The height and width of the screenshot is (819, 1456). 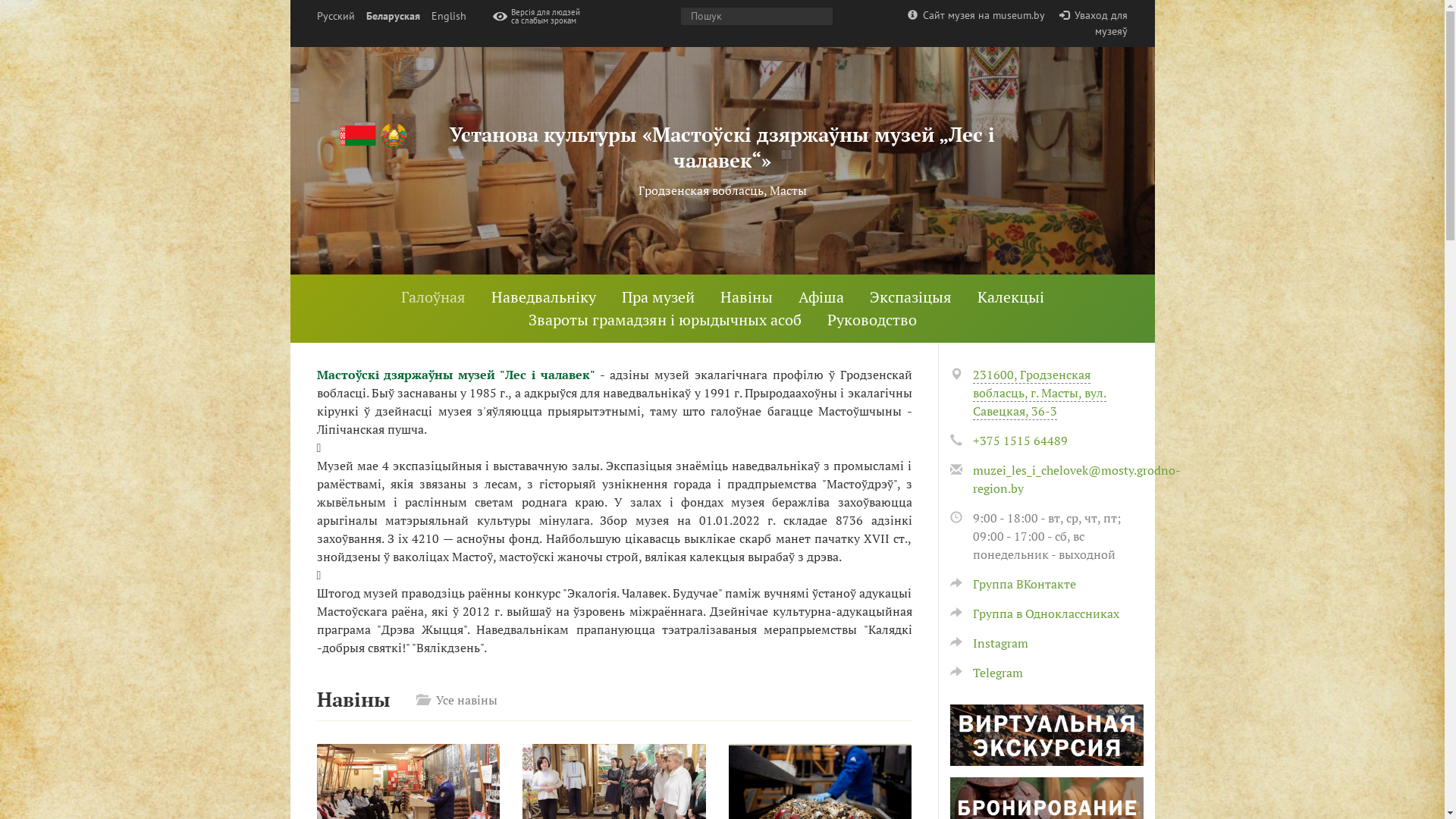 What do you see at coordinates (986, 672) in the screenshot?
I see `'Telegram'` at bounding box center [986, 672].